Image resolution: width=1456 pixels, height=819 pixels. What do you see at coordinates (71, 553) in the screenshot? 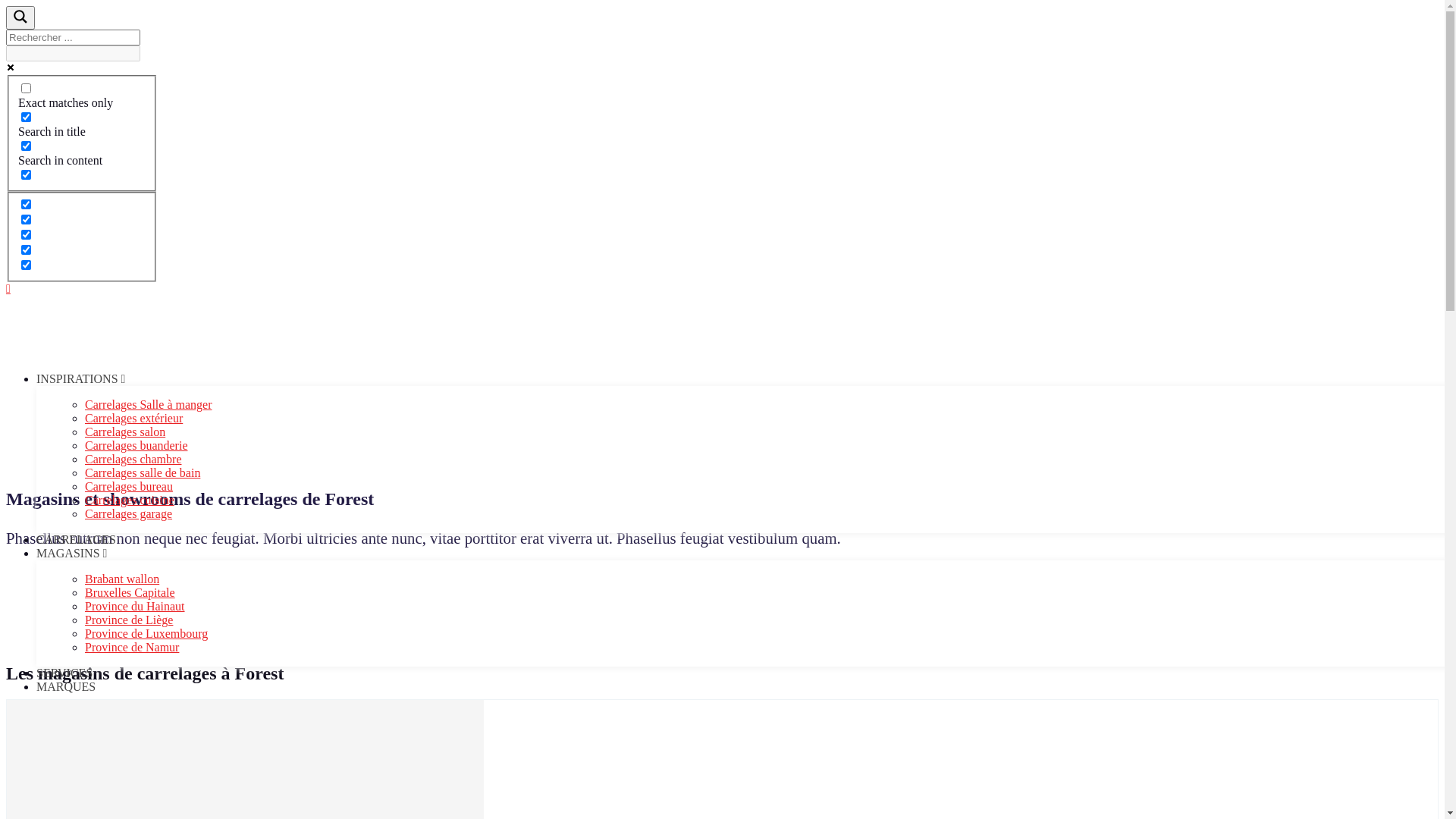
I see `'MAGASINS'` at bounding box center [71, 553].